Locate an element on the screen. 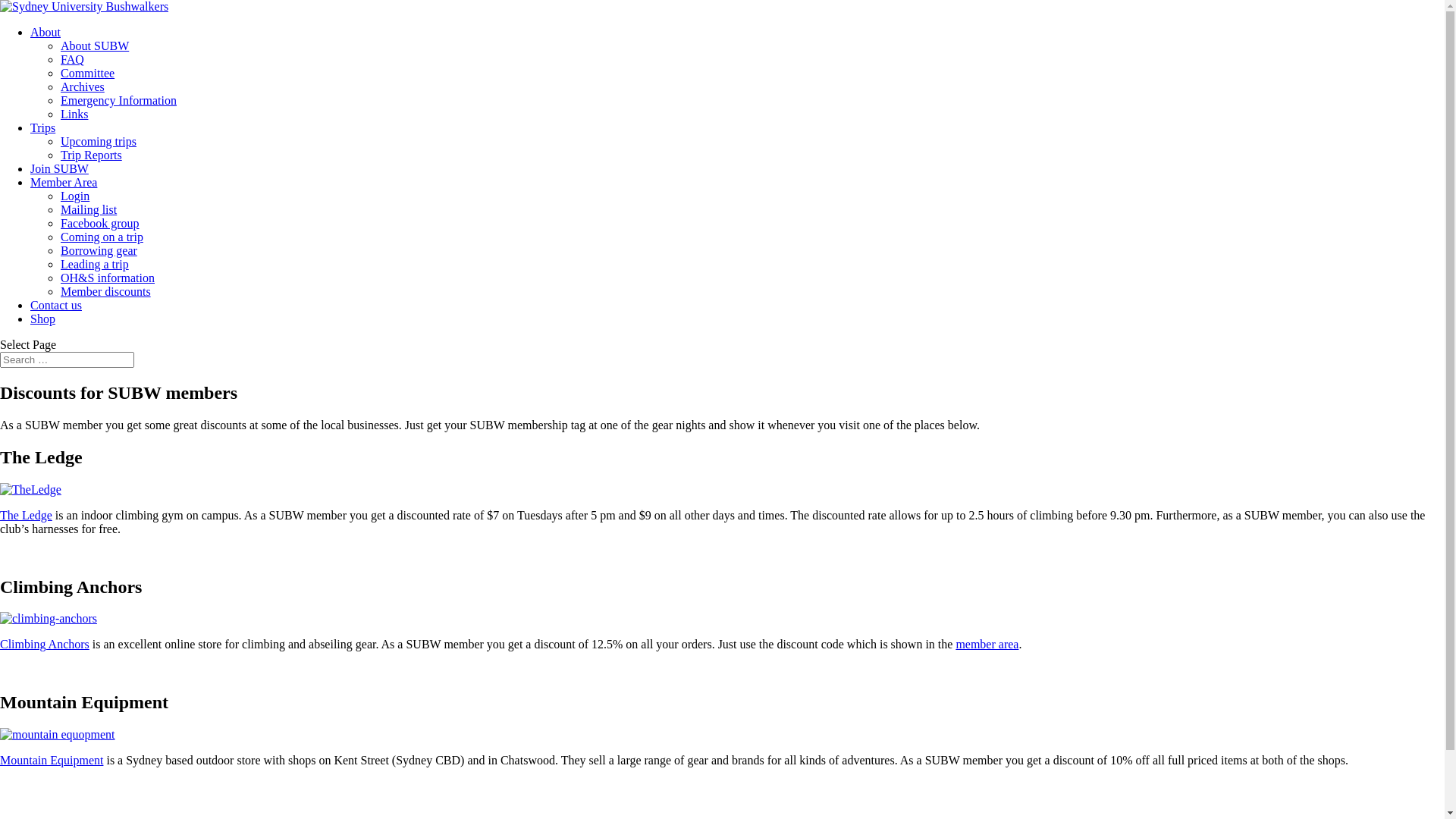 This screenshot has width=1456, height=819. 'About' is located at coordinates (30, 32).